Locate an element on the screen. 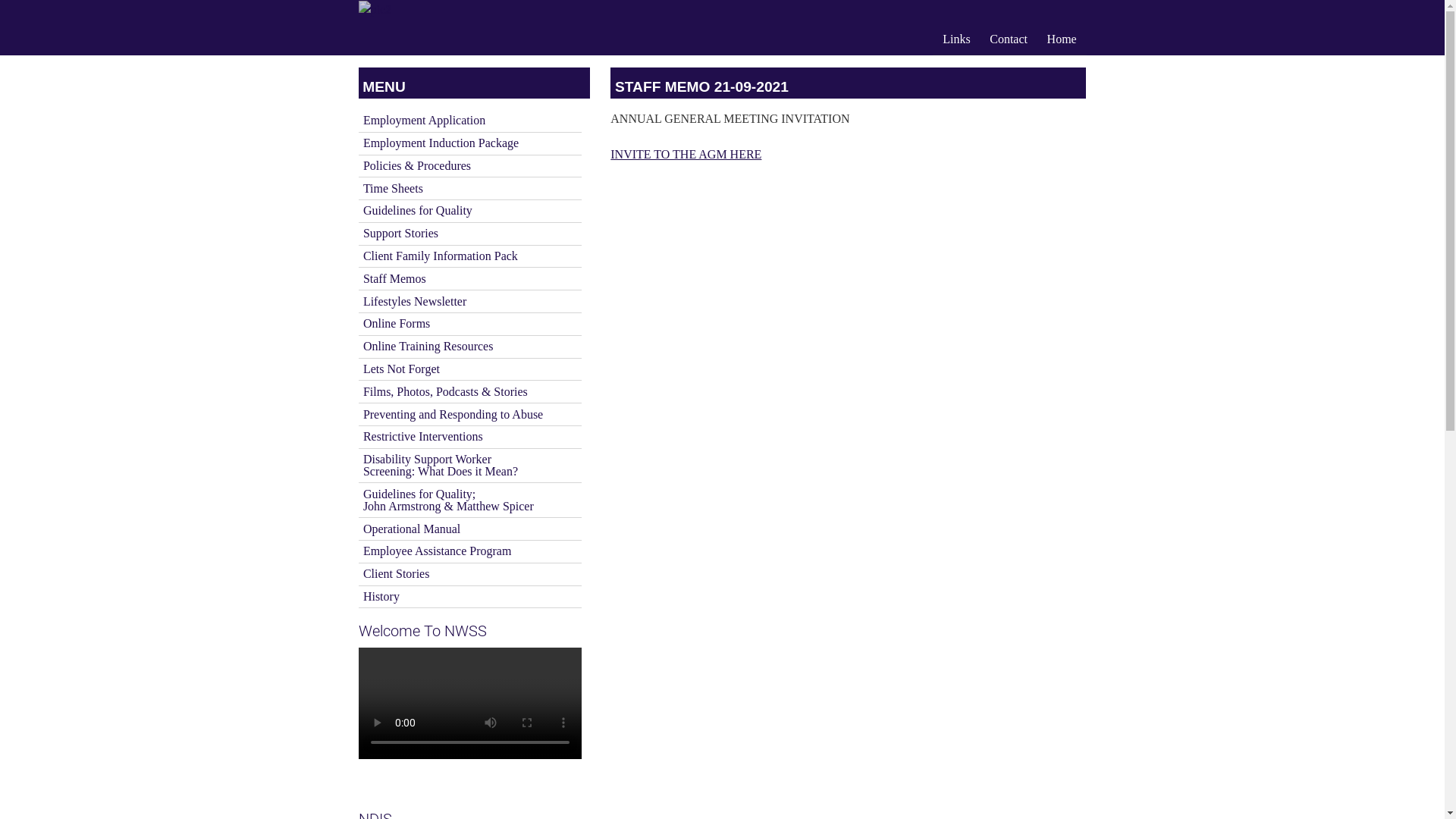 Image resolution: width=1456 pixels, height=819 pixels. 'Employment Induction Package' is located at coordinates (469, 143).